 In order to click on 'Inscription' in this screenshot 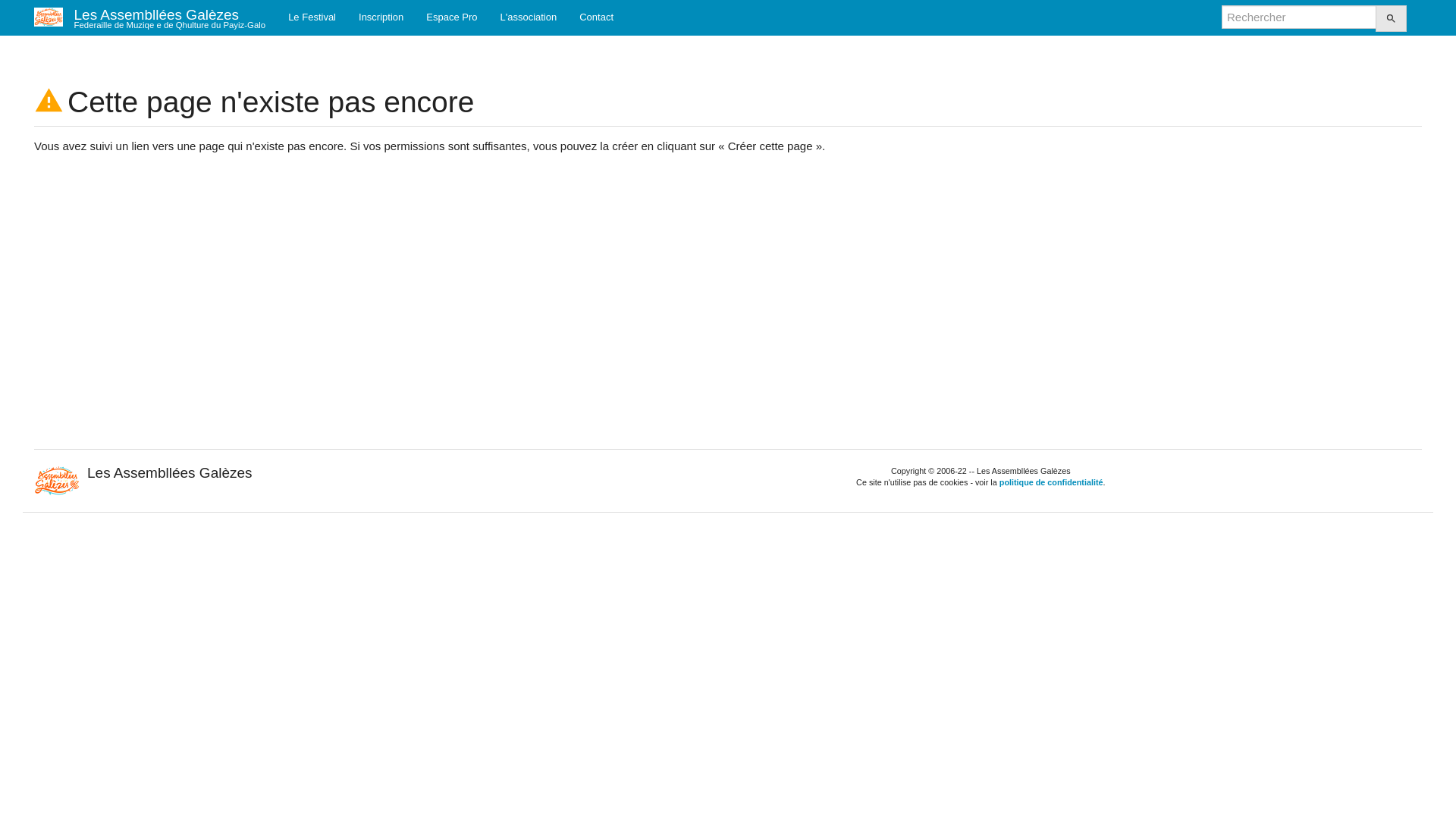, I will do `click(346, 17)`.